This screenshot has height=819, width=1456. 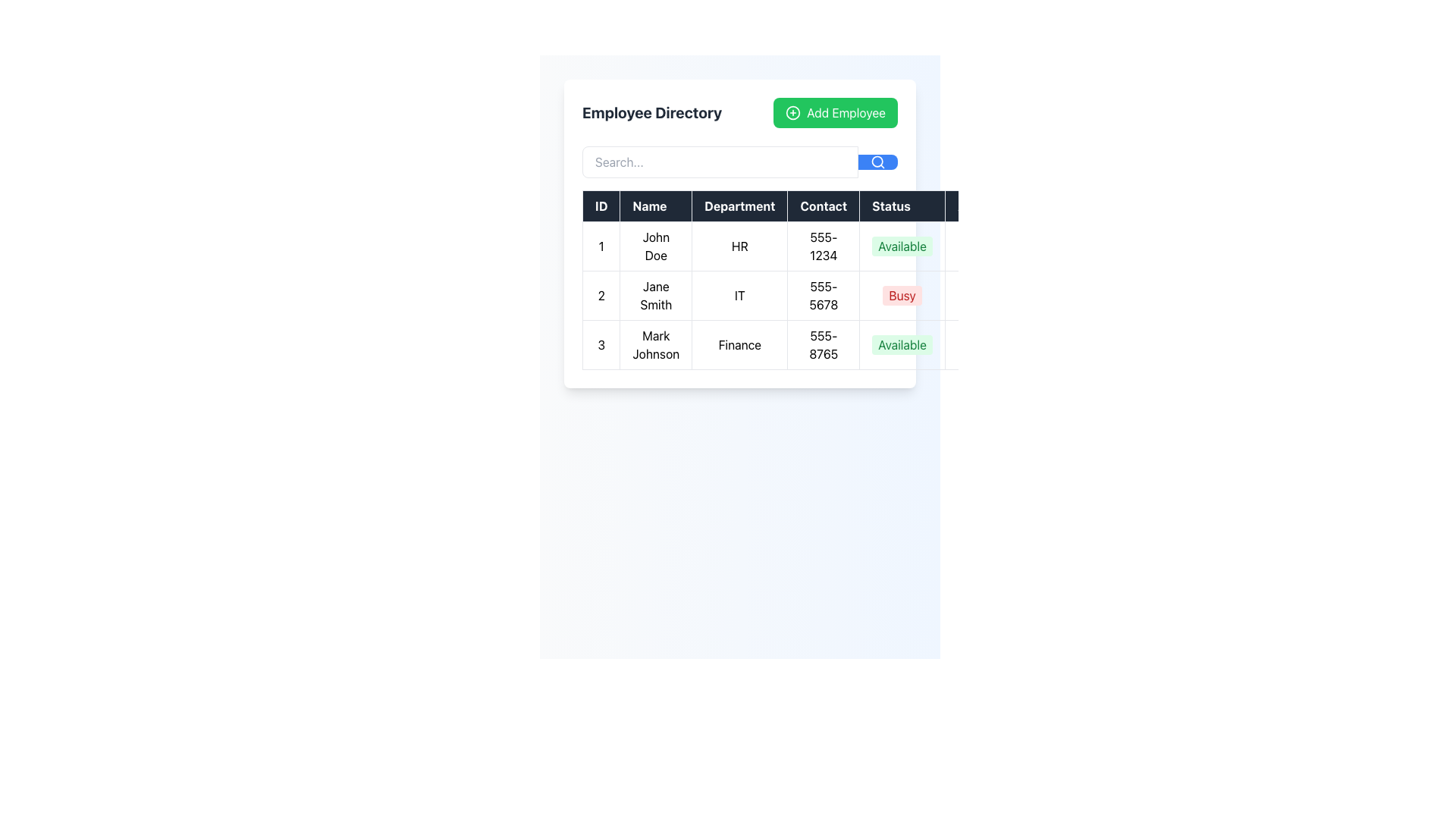 I want to click on the Text cell displaying contact information for 'Mark Johnson' in the 'Employee Directory' to copy the text, so click(x=822, y=345).